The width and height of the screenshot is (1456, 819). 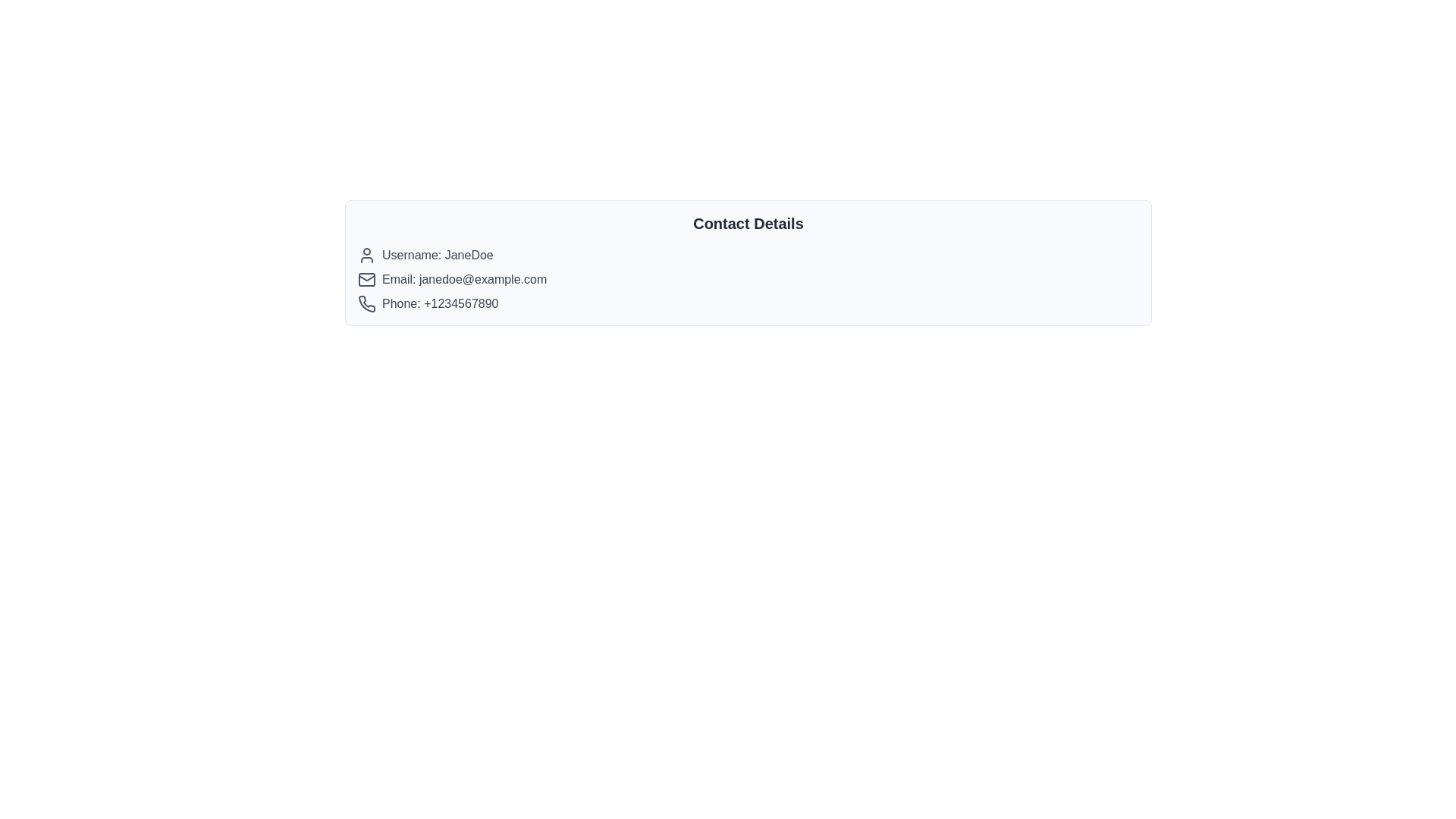 I want to click on the phone contact icon, which is the third icon in the list of contact information, positioned to the left of the 'Phone: +1234567890' label within the 'Contact Details' section, so click(x=367, y=304).